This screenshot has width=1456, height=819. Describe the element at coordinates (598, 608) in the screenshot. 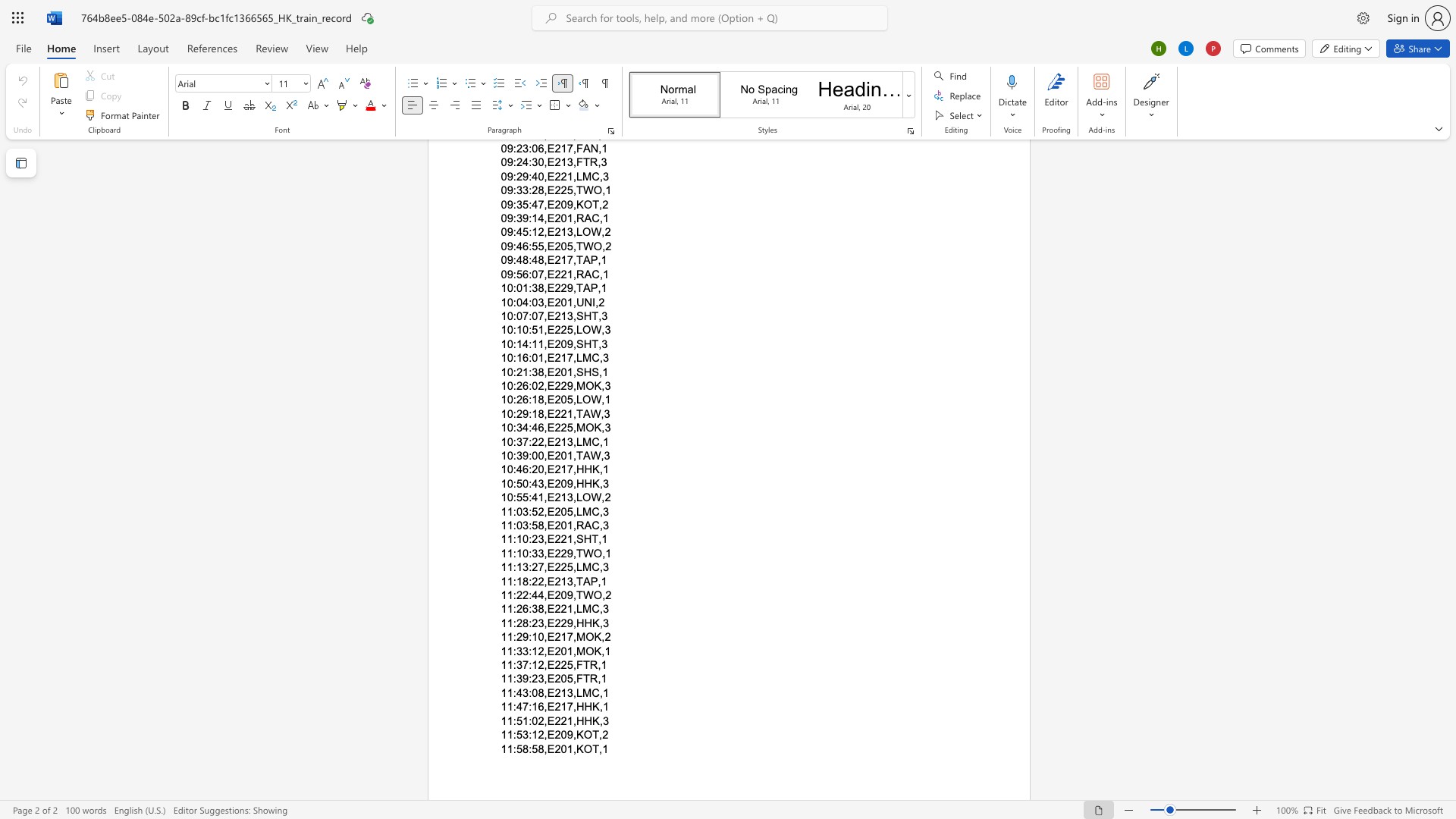

I see `the subset text ",3" within the text "11:26:38,E221,LMC,3"` at that location.